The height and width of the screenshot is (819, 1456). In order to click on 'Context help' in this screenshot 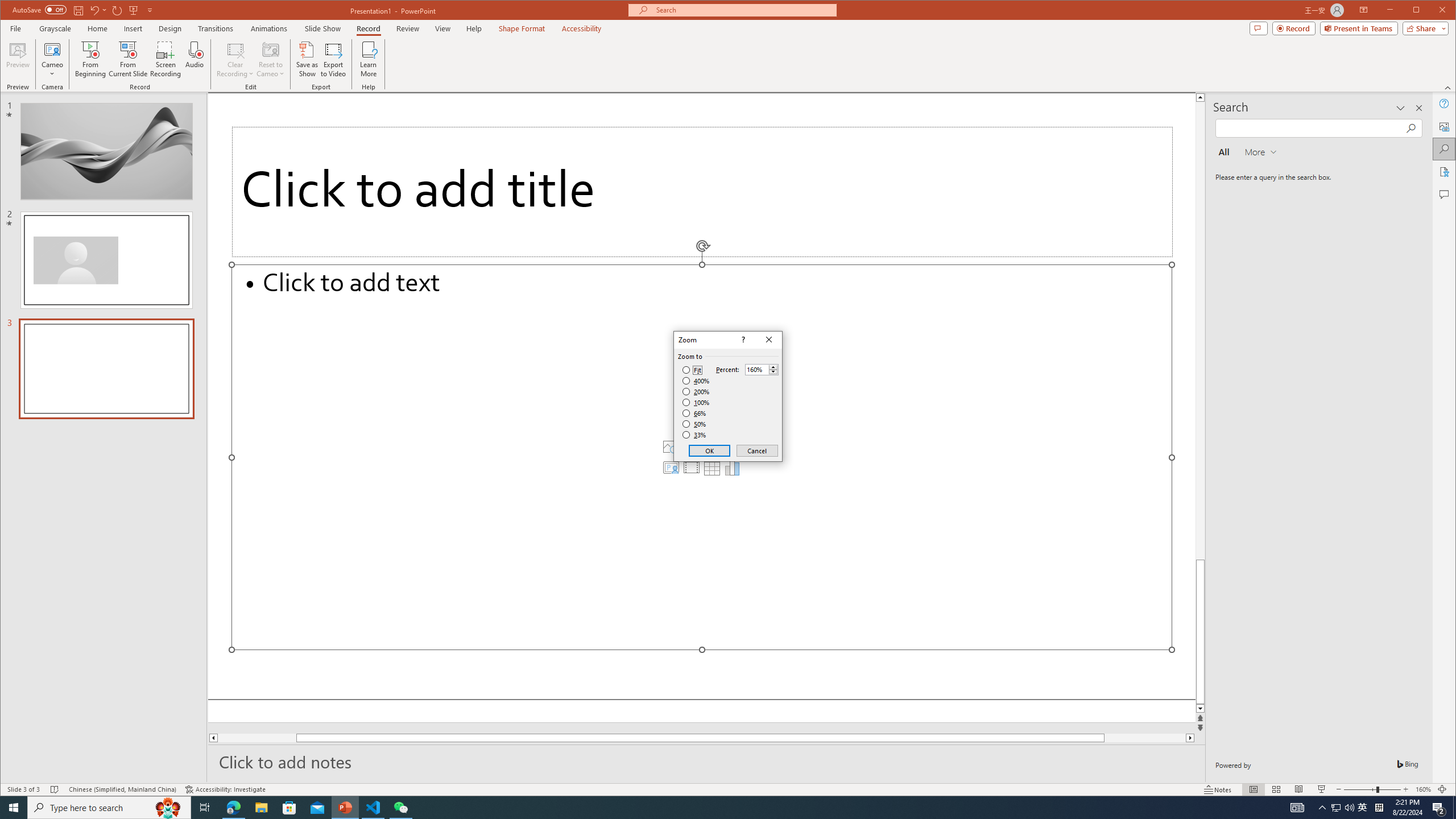, I will do `click(742, 340)`.